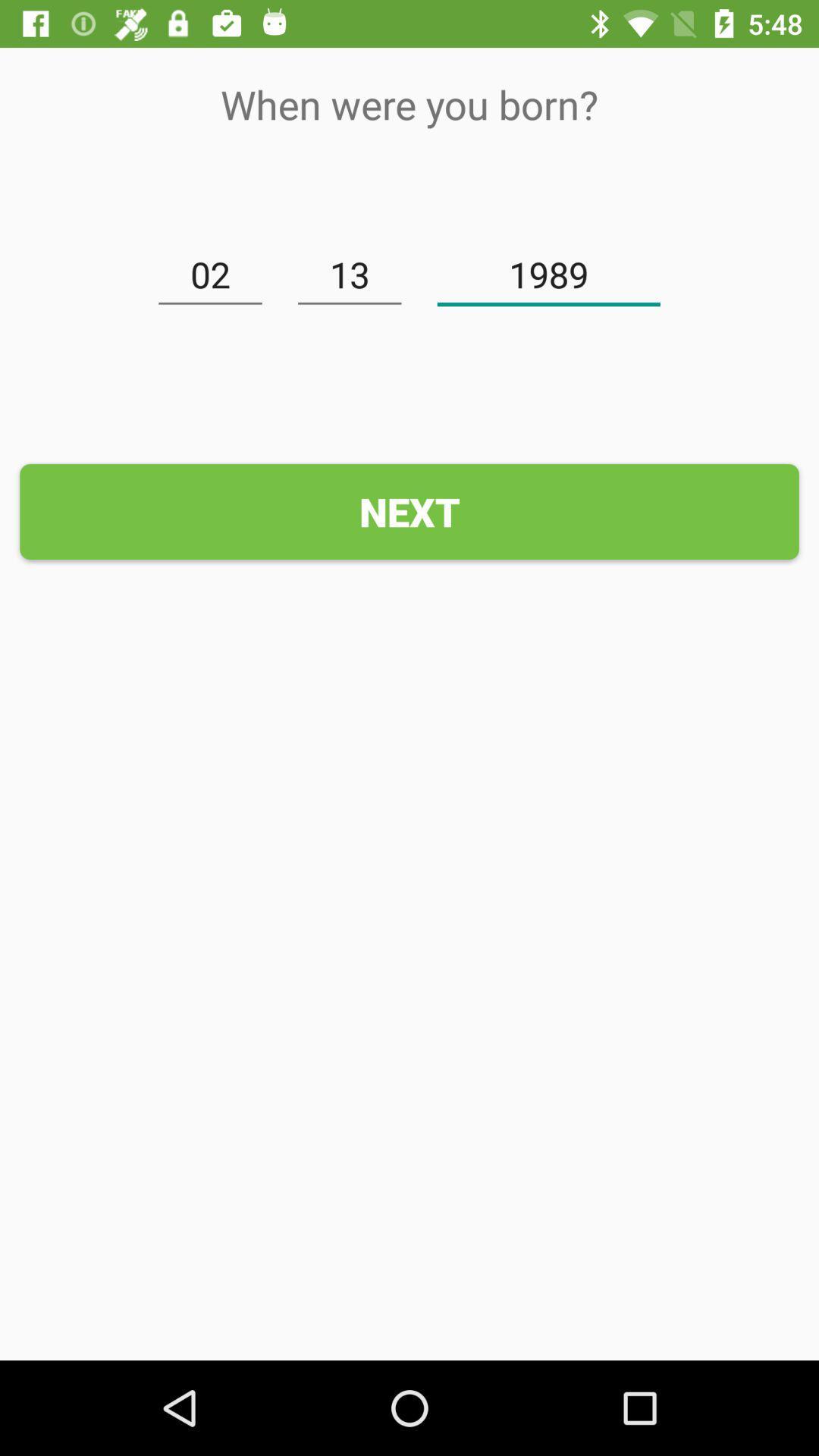 The height and width of the screenshot is (1456, 819). Describe the element at coordinates (548, 275) in the screenshot. I see `icon above next icon` at that location.